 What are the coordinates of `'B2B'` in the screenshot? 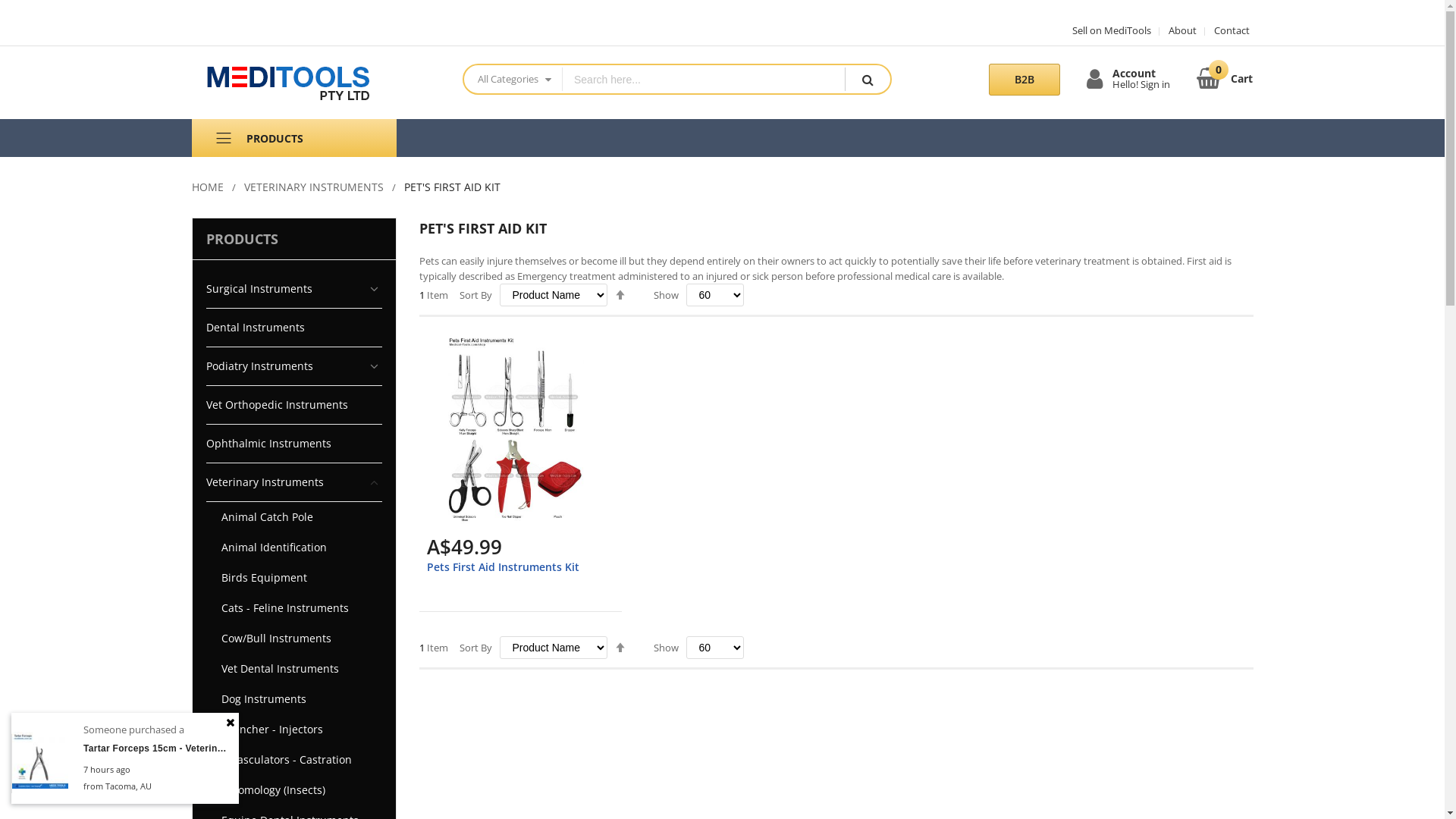 It's located at (1024, 79).